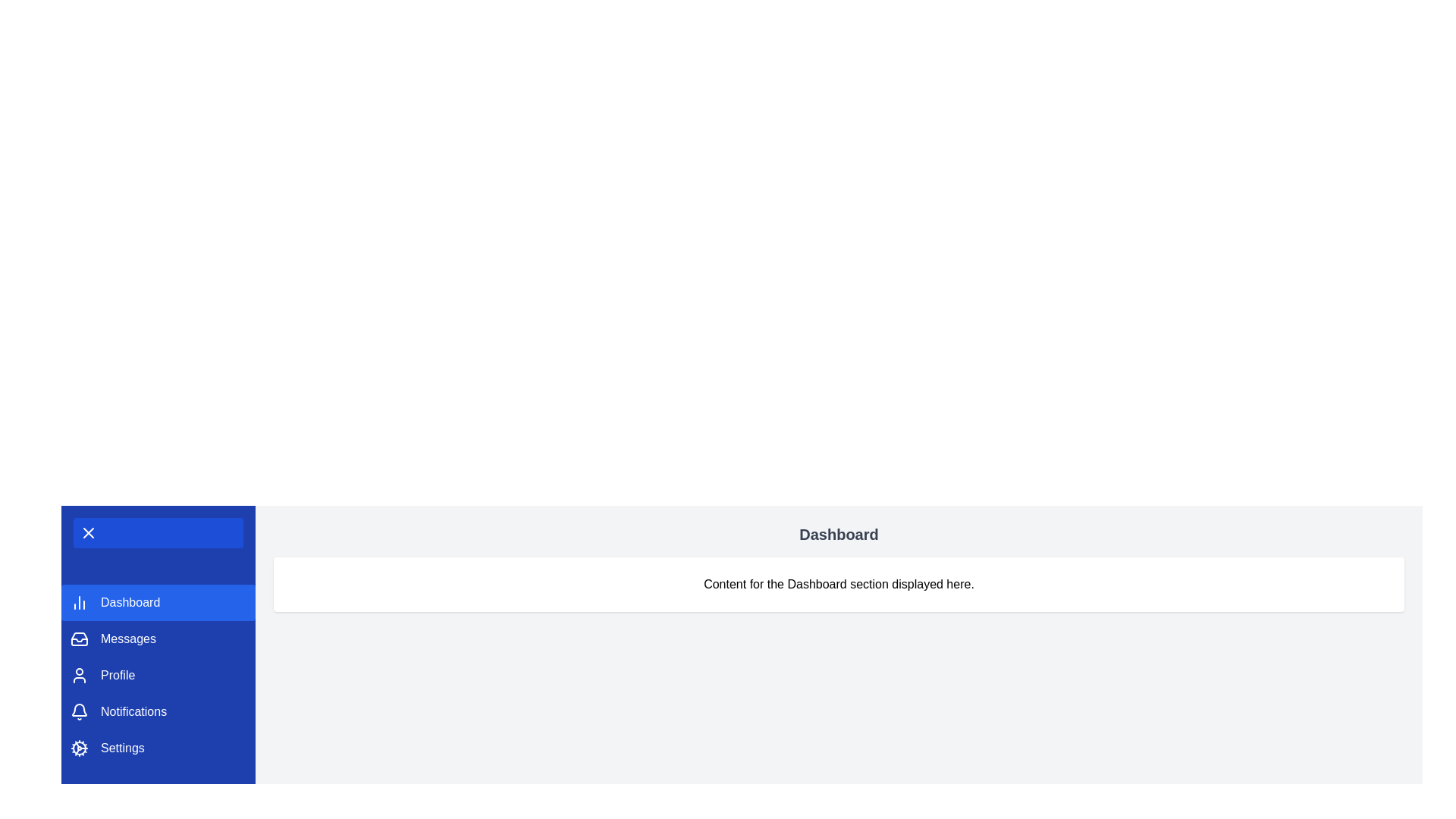  I want to click on the Text Label for the Settings page located in the vertical navigation list, which is the last item above the lower edge of the sidebar, so click(122, 748).